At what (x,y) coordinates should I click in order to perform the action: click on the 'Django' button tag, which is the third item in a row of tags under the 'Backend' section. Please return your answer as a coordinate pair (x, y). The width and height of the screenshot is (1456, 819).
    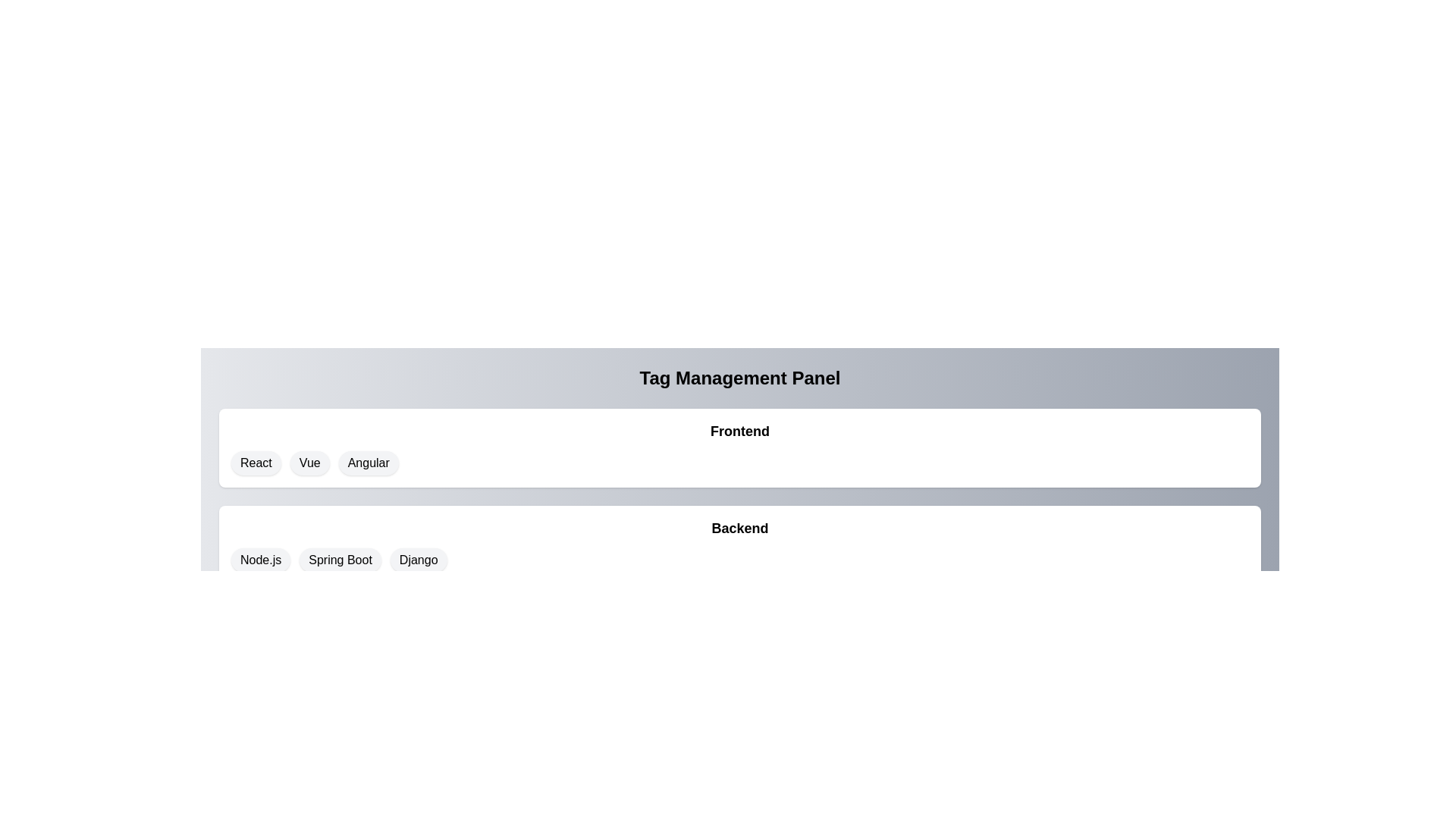
    Looking at the image, I should click on (419, 560).